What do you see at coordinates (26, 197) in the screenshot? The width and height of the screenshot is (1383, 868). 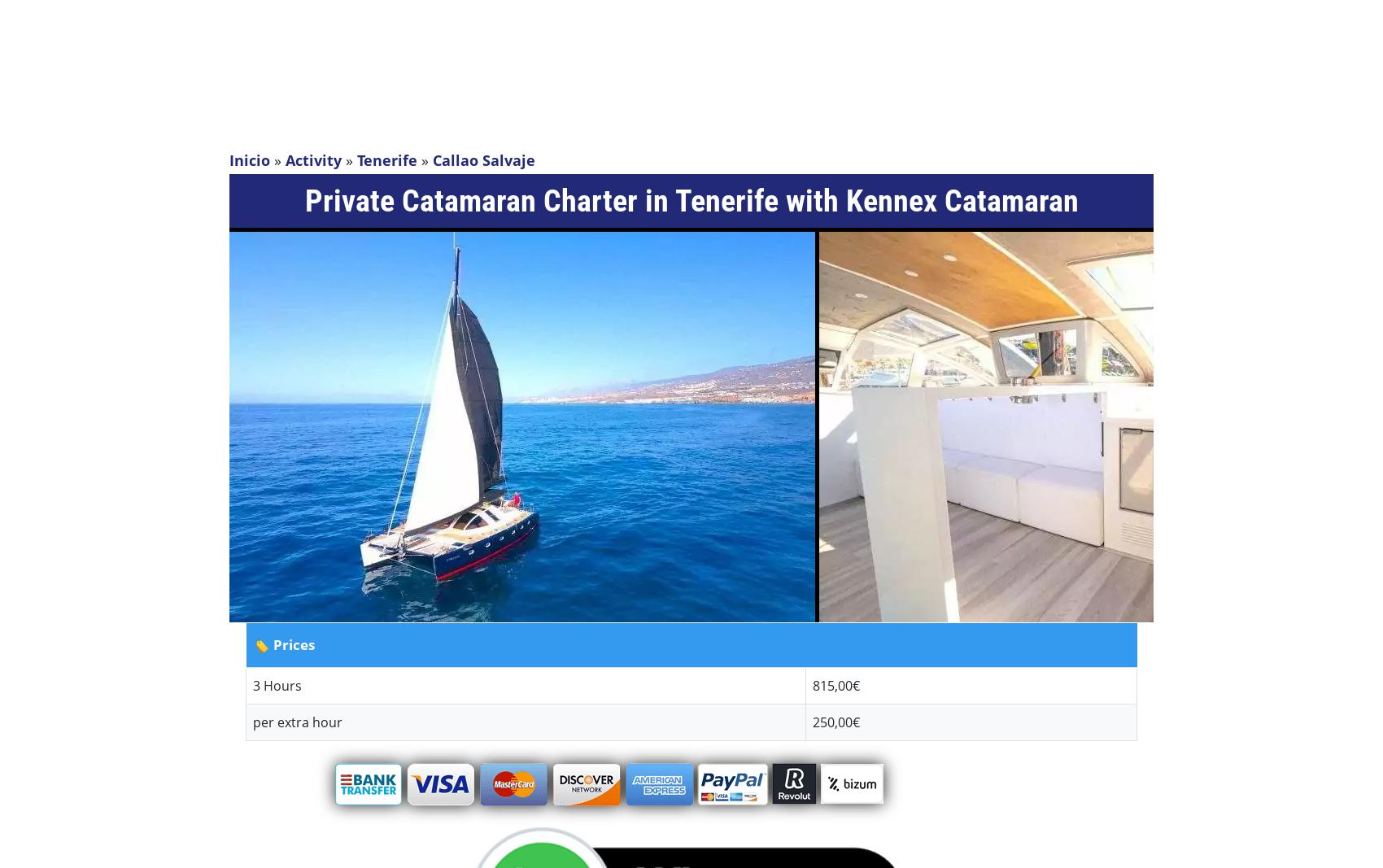 I see `'with children'` at bounding box center [26, 197].